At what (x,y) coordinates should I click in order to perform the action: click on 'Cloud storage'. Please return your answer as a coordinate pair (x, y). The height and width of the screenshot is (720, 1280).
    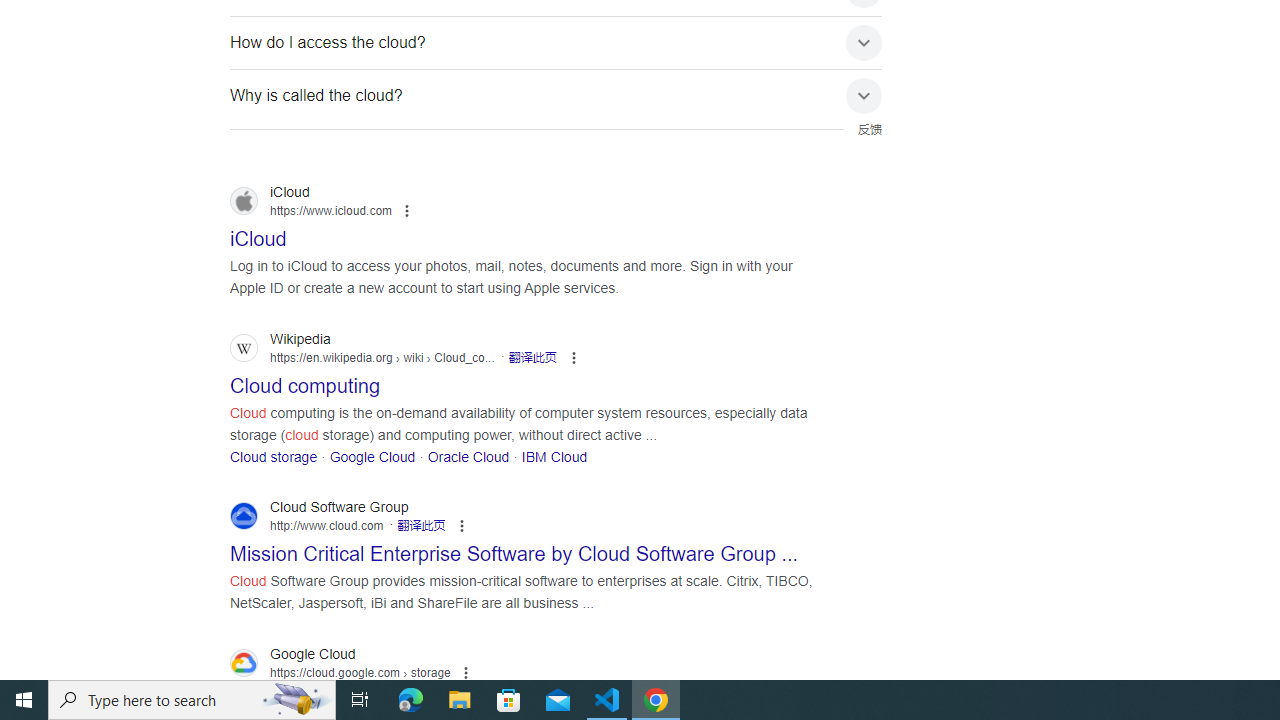
    Looking at the image, I should click on (272, 456).